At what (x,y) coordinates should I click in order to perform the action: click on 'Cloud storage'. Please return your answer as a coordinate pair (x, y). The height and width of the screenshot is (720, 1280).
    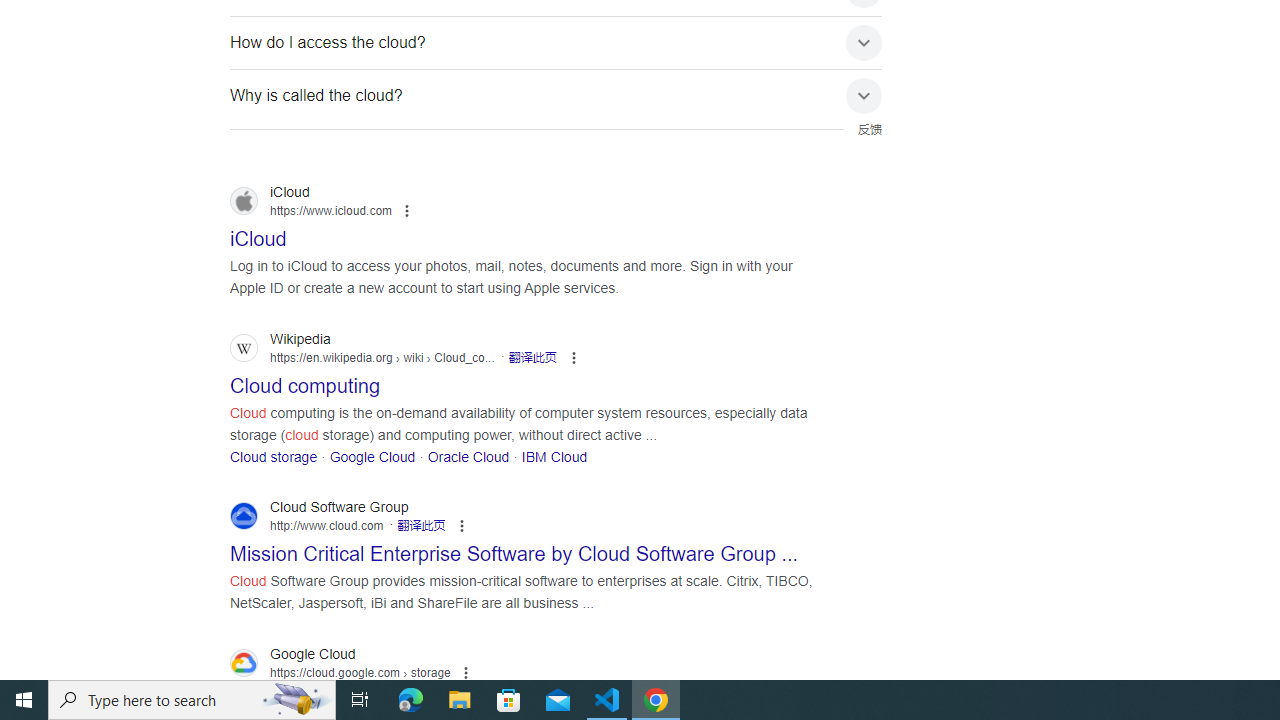
    Looking at the image, I should click on (272, 456).